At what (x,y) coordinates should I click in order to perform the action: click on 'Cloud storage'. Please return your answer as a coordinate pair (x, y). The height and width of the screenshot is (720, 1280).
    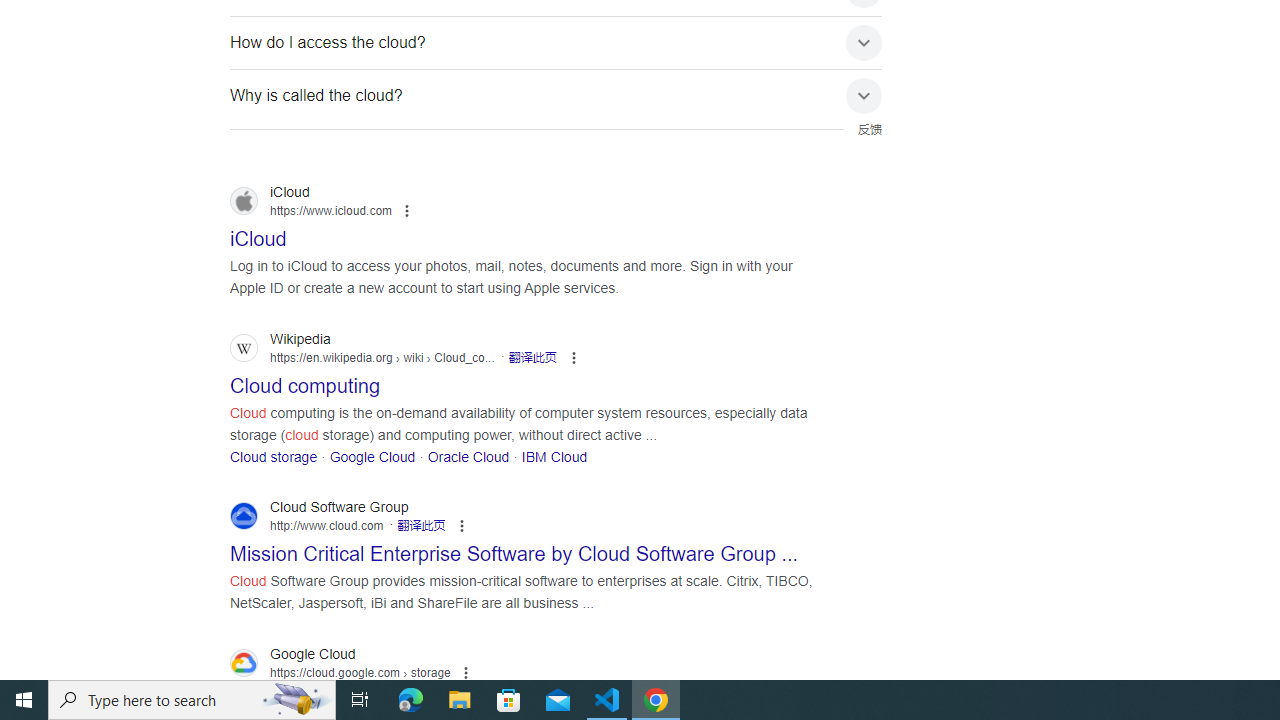
    Looking at the image, I should click on (272, 456).